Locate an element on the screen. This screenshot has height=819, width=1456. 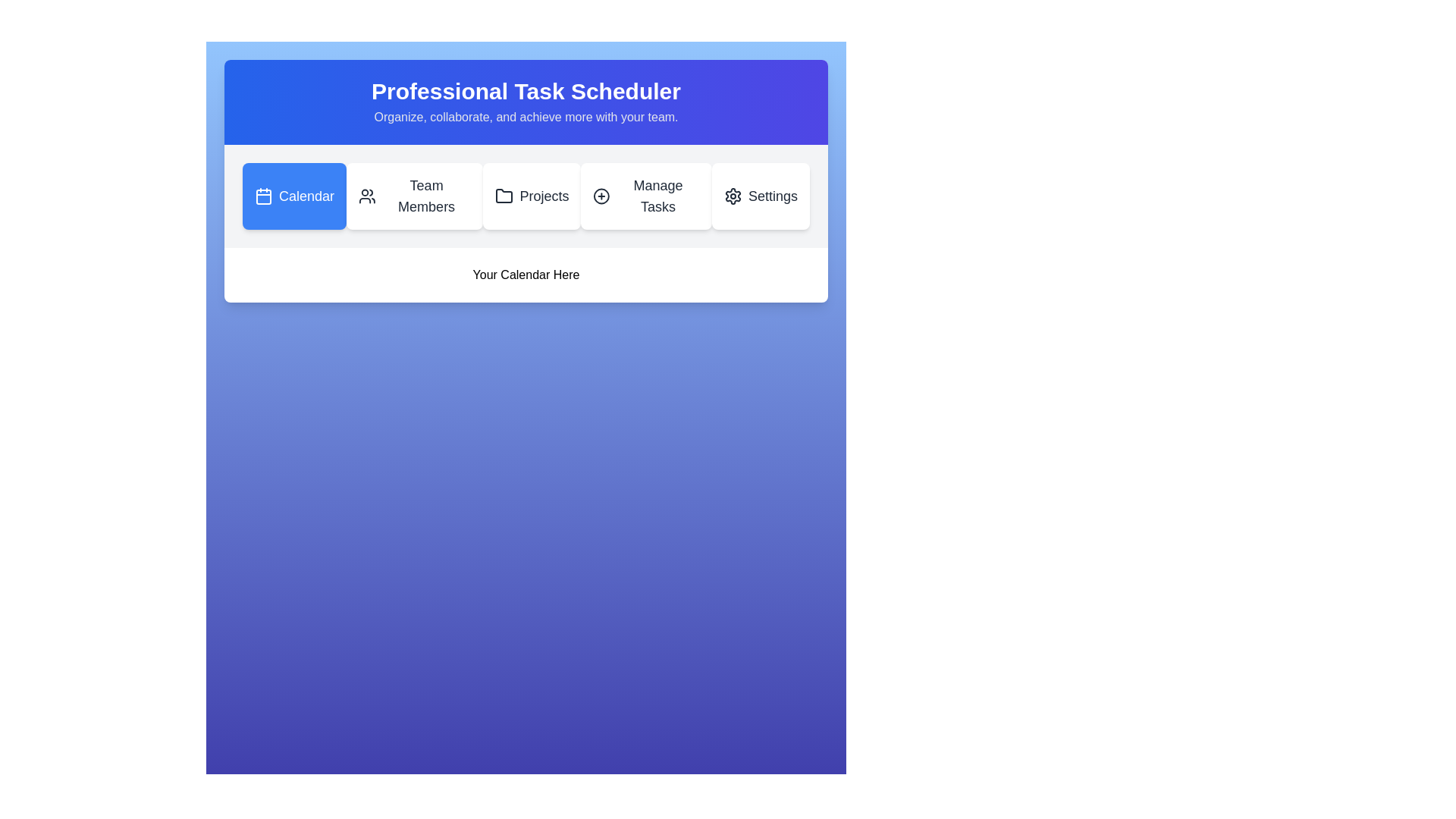
the fourth button in the horizontal menu bar is located at coordinates (646, 195).